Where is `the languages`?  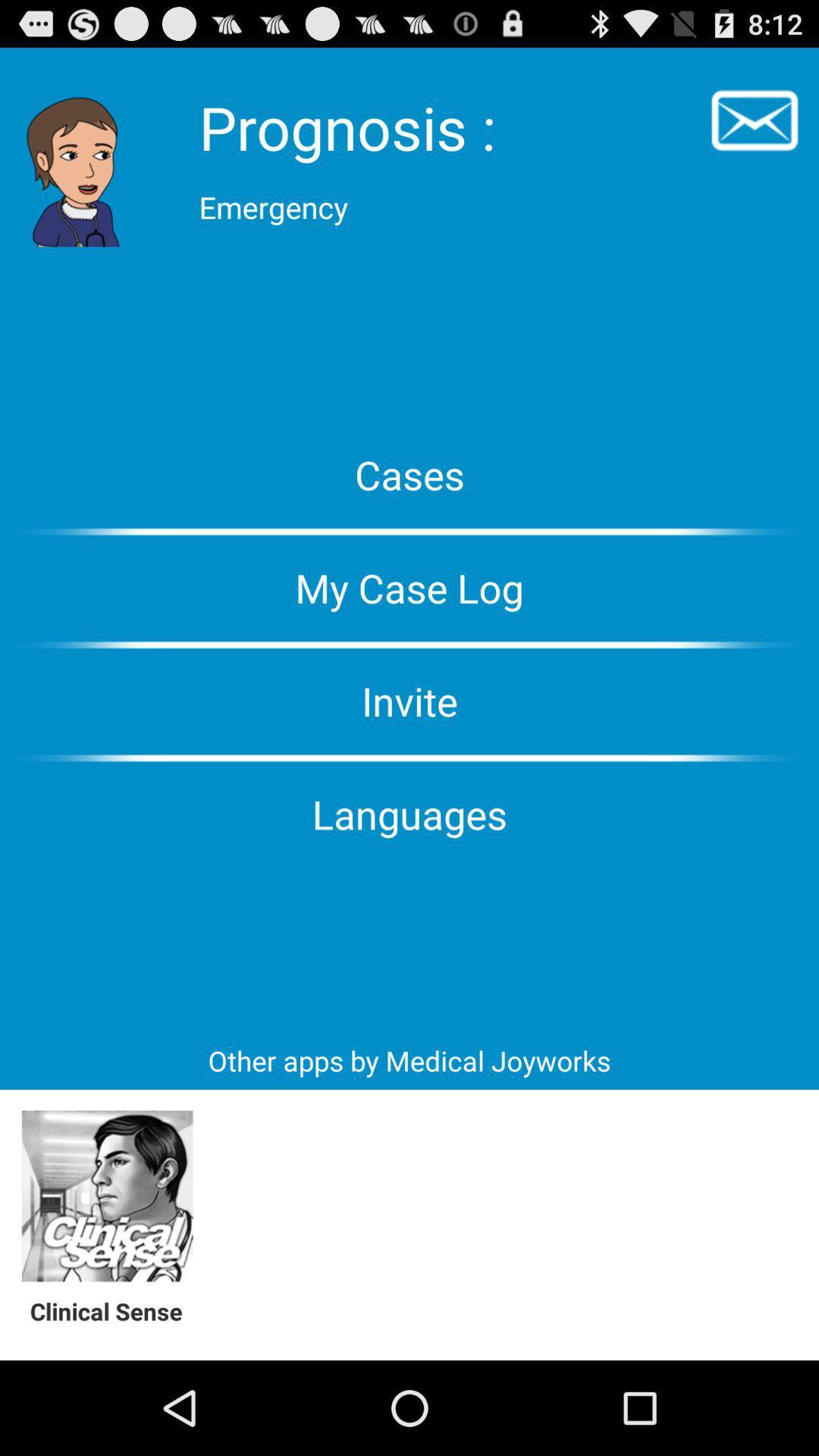 the languages is located at coordinates (409, 813).